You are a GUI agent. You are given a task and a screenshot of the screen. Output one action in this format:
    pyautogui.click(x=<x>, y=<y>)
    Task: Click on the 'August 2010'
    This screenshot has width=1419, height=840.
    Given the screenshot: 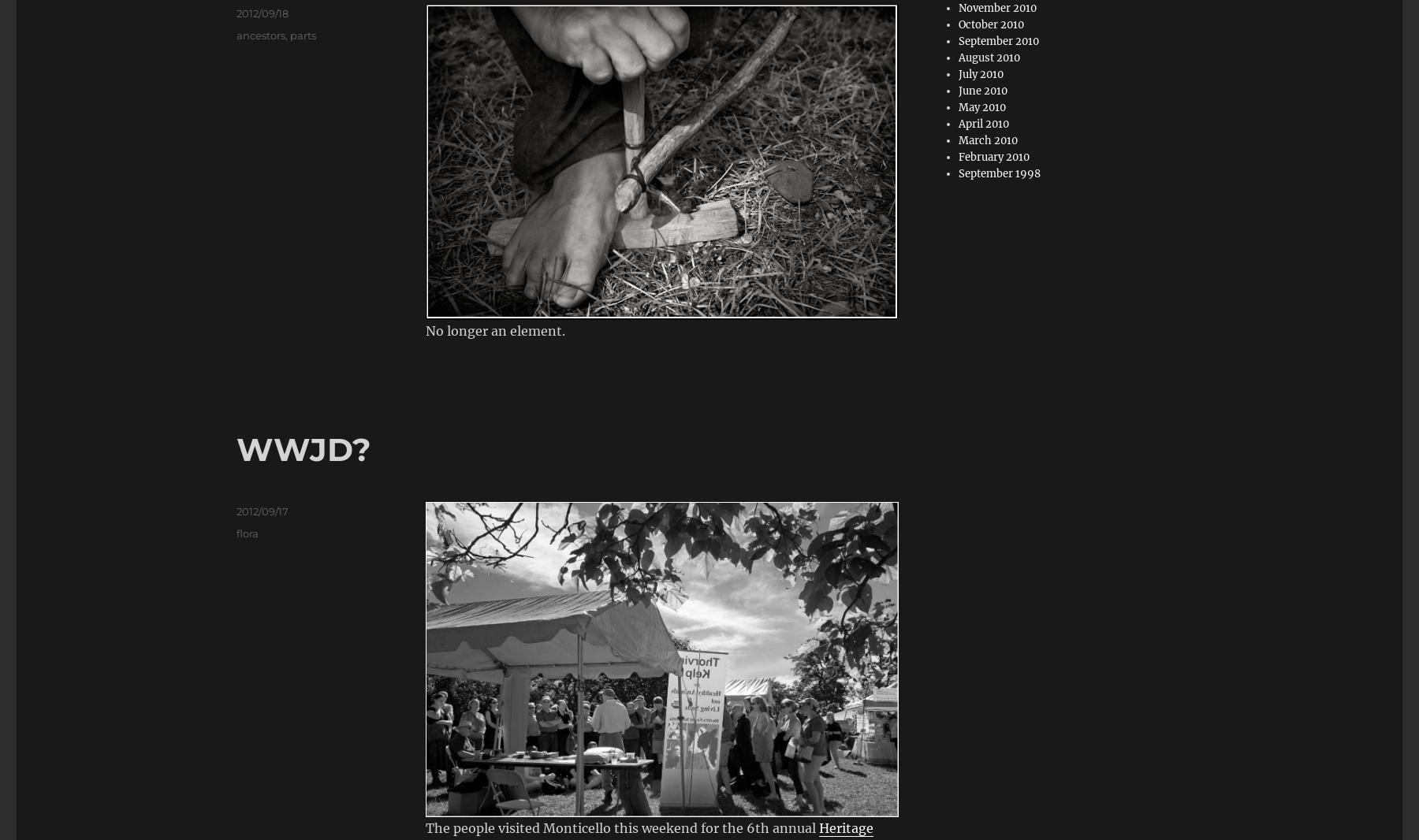 What is the action you would take?
    pyautogui.click(x=989, y=57)
    